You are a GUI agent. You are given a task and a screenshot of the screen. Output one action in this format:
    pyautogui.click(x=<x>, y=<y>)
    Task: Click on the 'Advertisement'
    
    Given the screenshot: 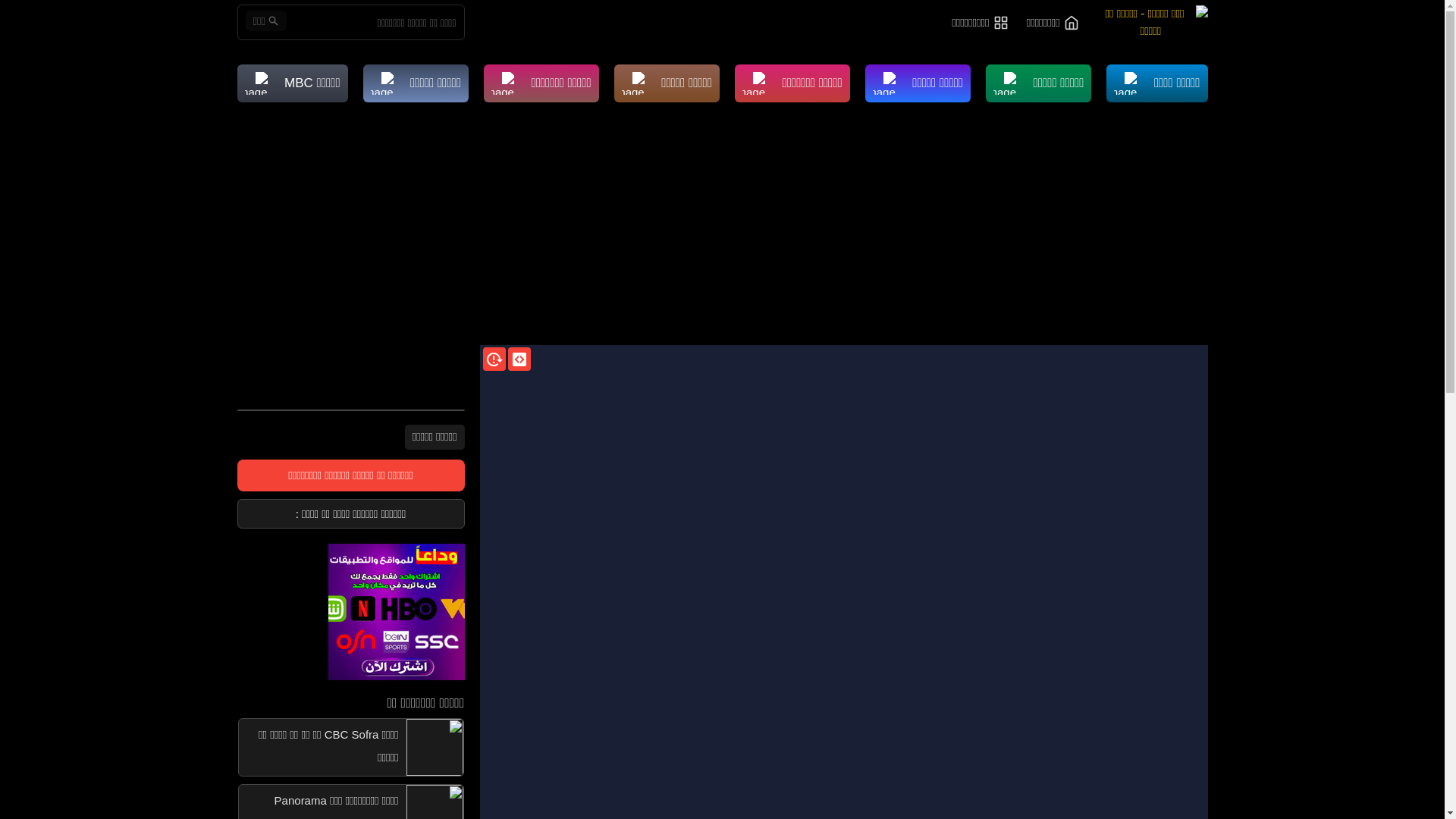 What is the action you would take?
    pyautogui.click(x=720, y=231)
    